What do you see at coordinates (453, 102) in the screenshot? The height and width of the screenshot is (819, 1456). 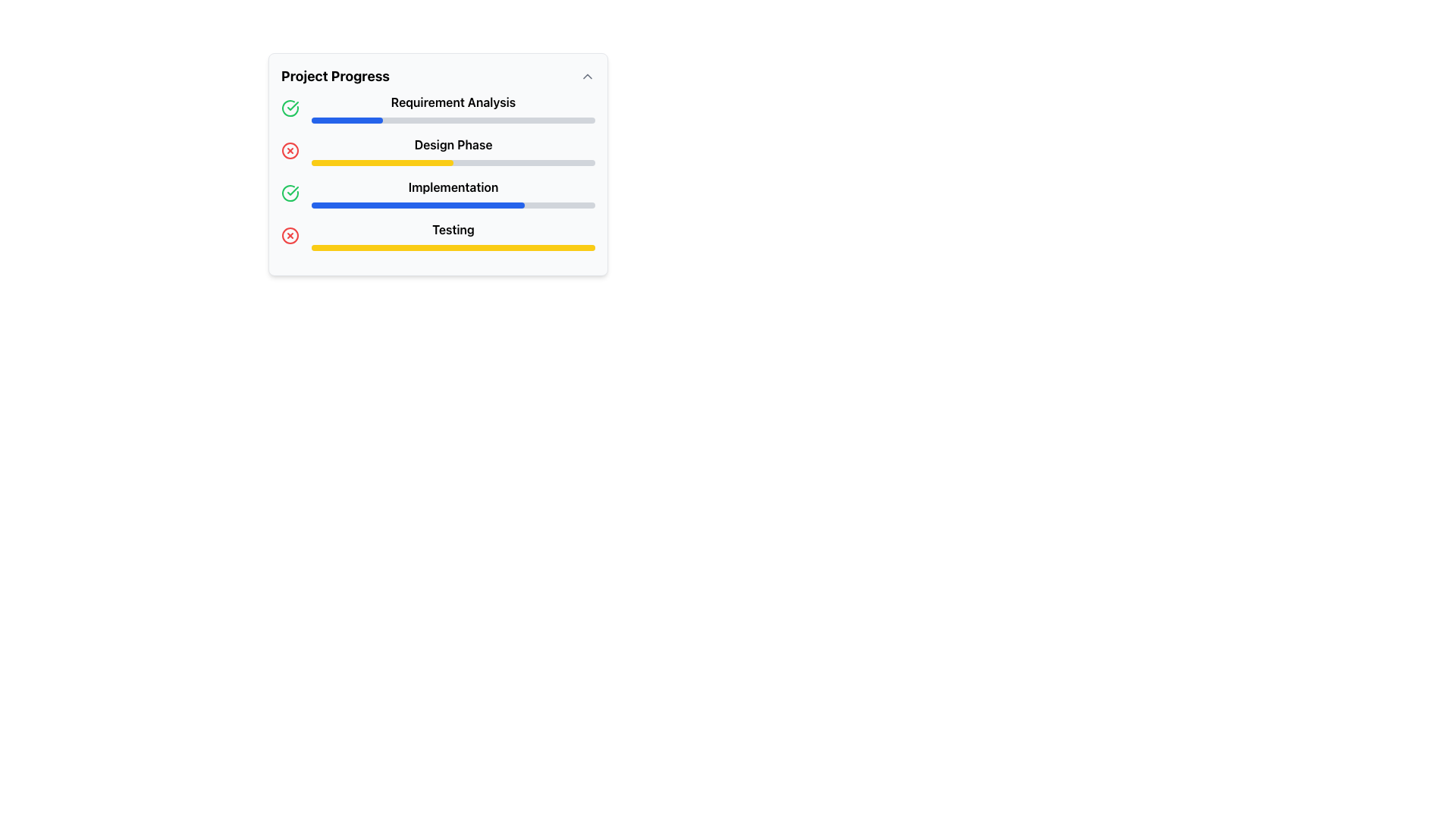 I see `the static text label displaying 'Requirement Analysis', which is positioned at the top of the progress section, directly above the progress bar in the 'Project Progress' section` at bounding box center [453, 102].